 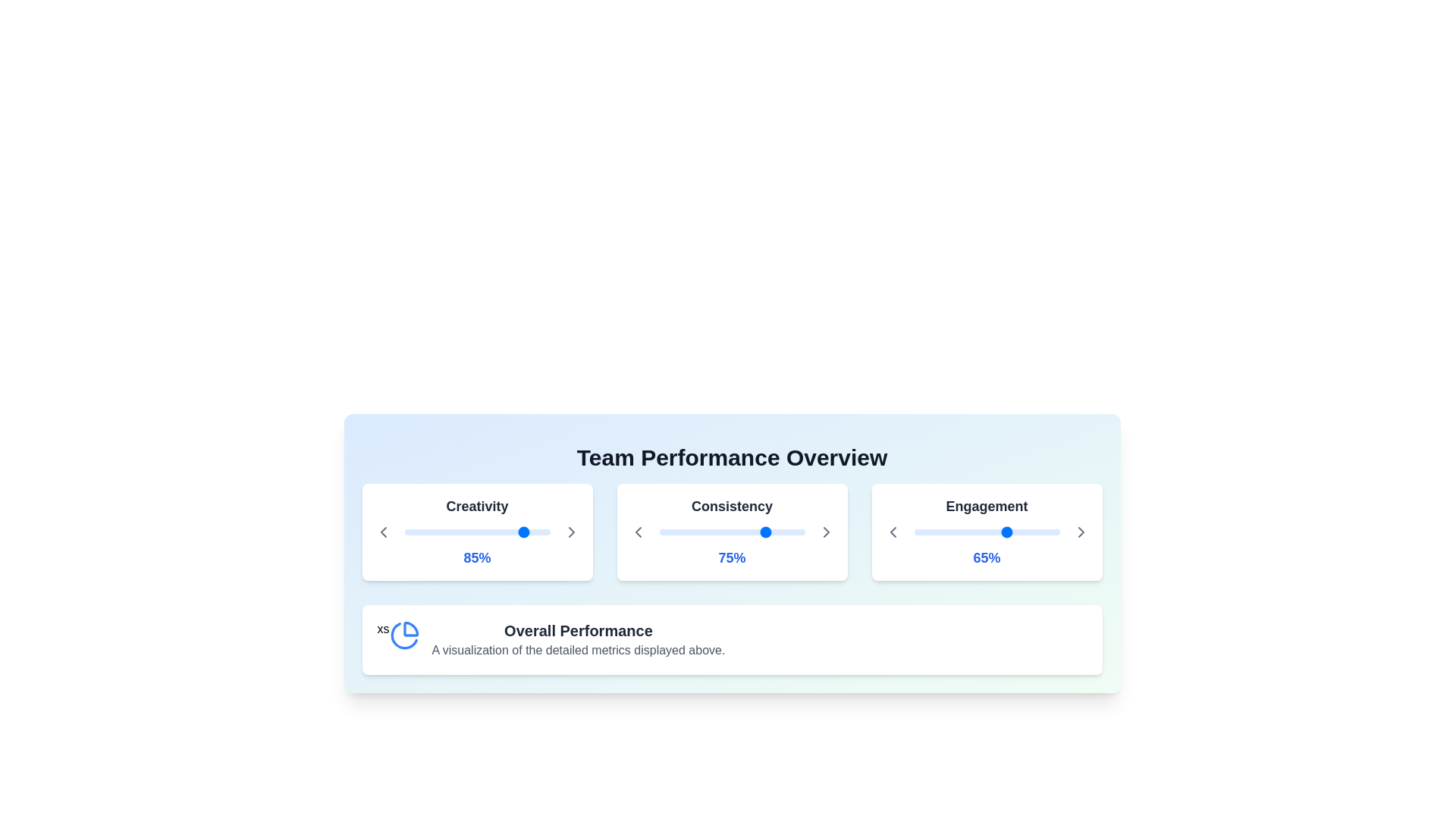 I want to click on engagement, so click(x=1013, y=532).